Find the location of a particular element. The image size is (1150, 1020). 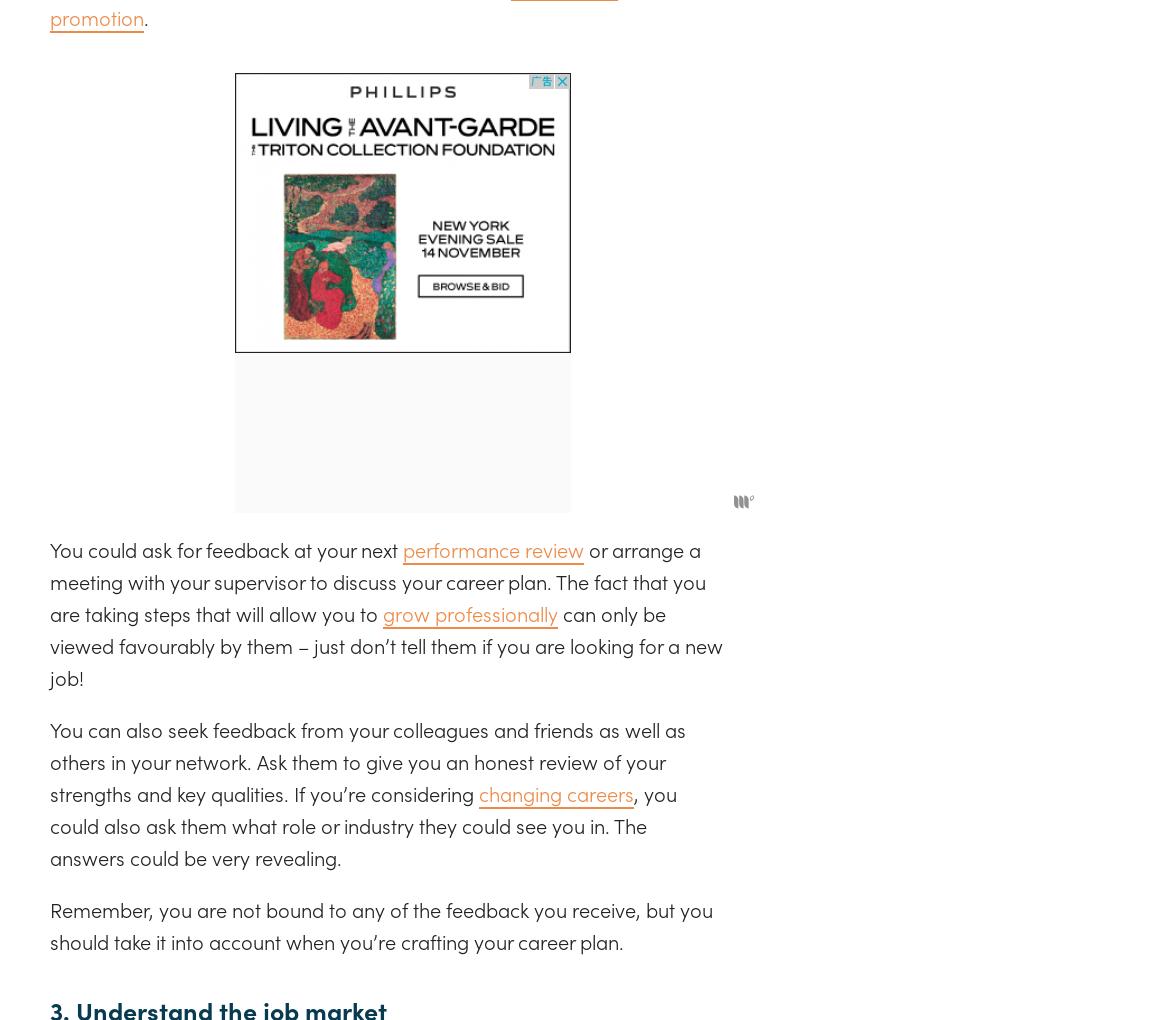

'Remember, you are not bound to any of the feedback you receive, but you should take it into account when you’re crafting your career plan.' is located at coordinates (381, 925).